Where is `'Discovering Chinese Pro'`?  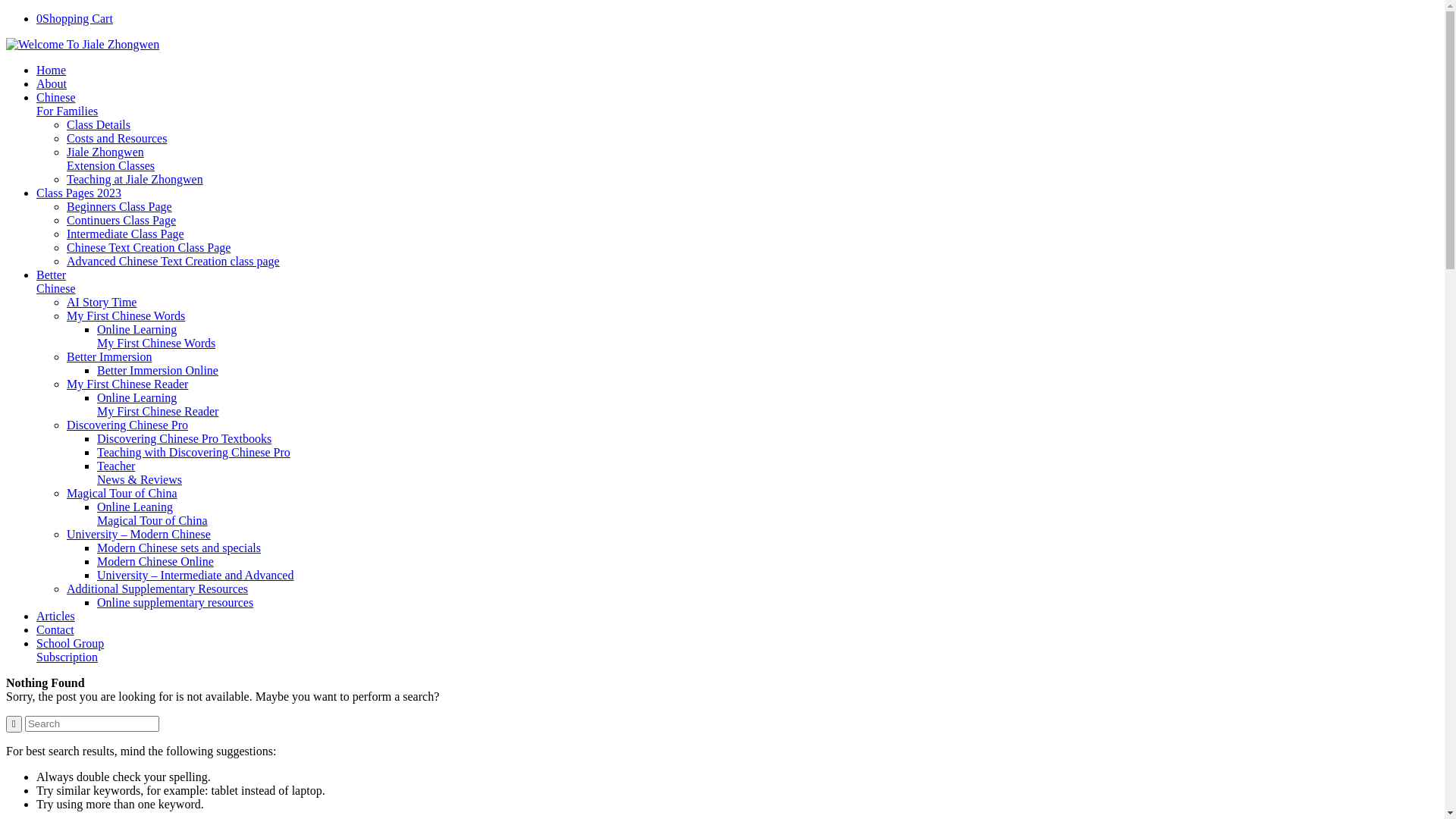 'Discovering Chinese Pro' is located at coordinates (127, 425).